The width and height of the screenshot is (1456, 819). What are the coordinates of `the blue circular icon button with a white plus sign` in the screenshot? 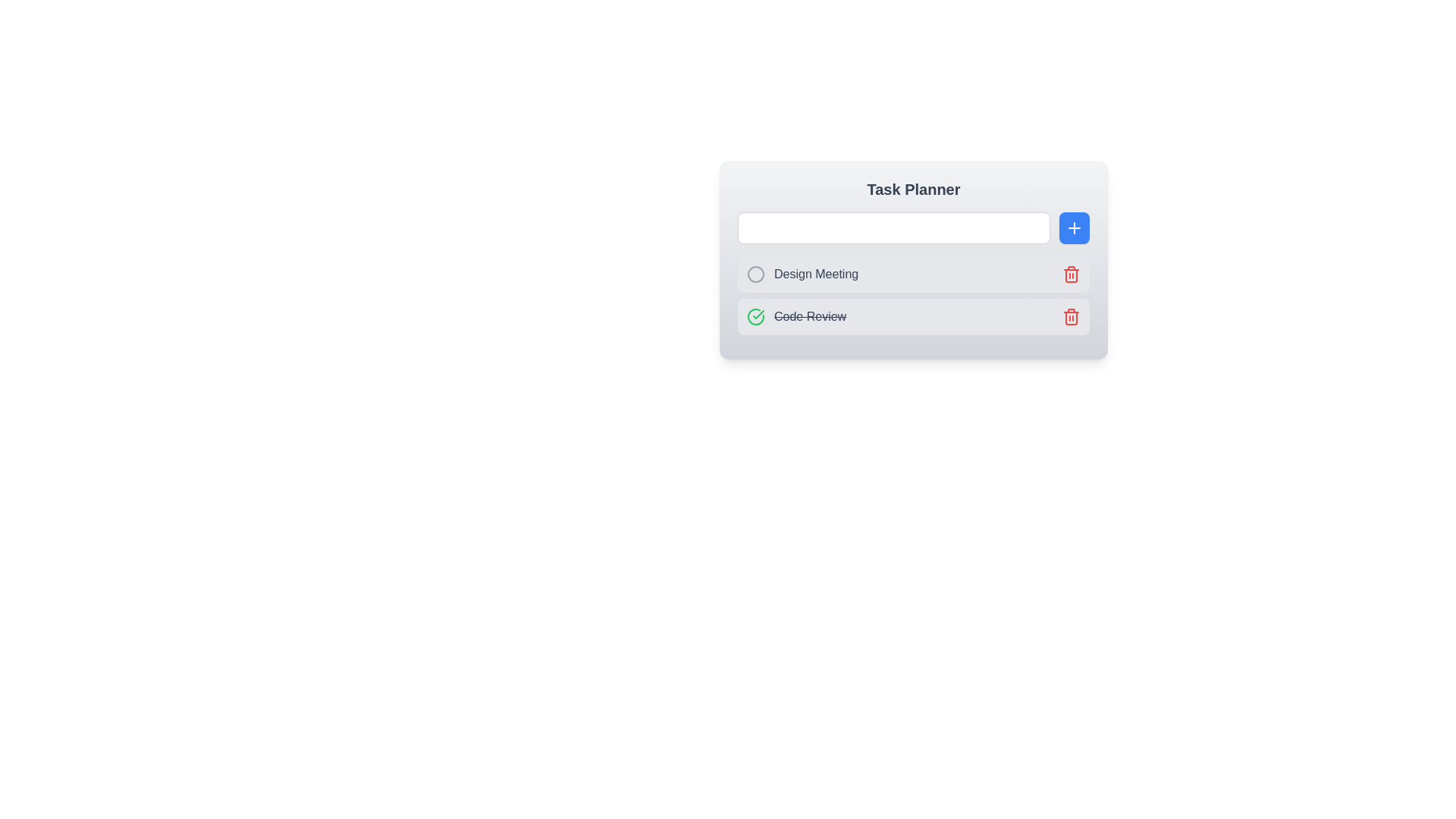 It's located at (1073, 227).